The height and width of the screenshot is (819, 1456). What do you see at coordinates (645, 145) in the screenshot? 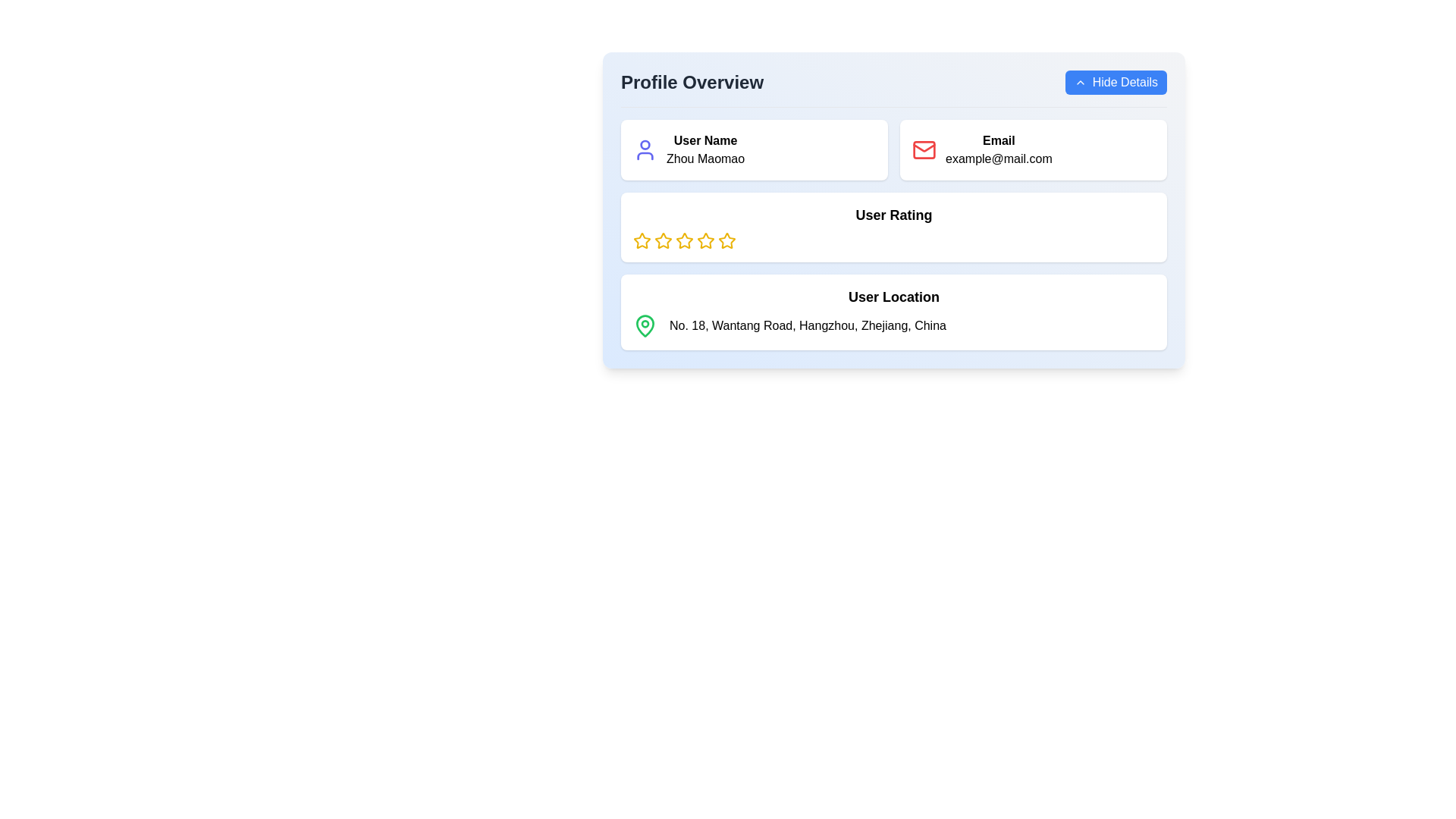
I see `the small circular icon that forms the central part of the user avatar icon within the purple-themed user information card located on the left side of the 'User Name' section in the 'Profile Overview' card` at bounding box center [645, 145].